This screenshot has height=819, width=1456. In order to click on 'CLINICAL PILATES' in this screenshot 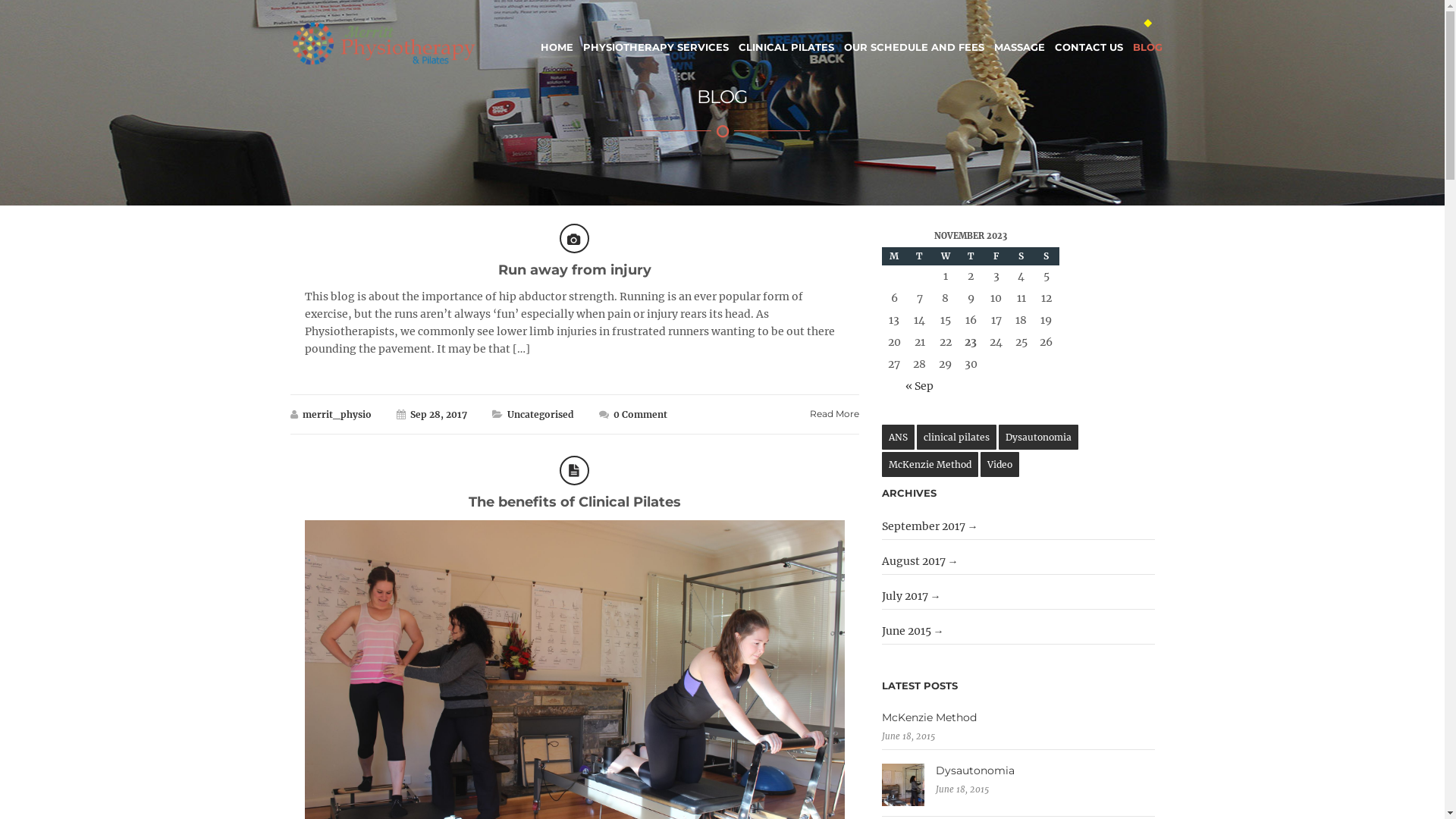, I will do `click(786, 37)`.